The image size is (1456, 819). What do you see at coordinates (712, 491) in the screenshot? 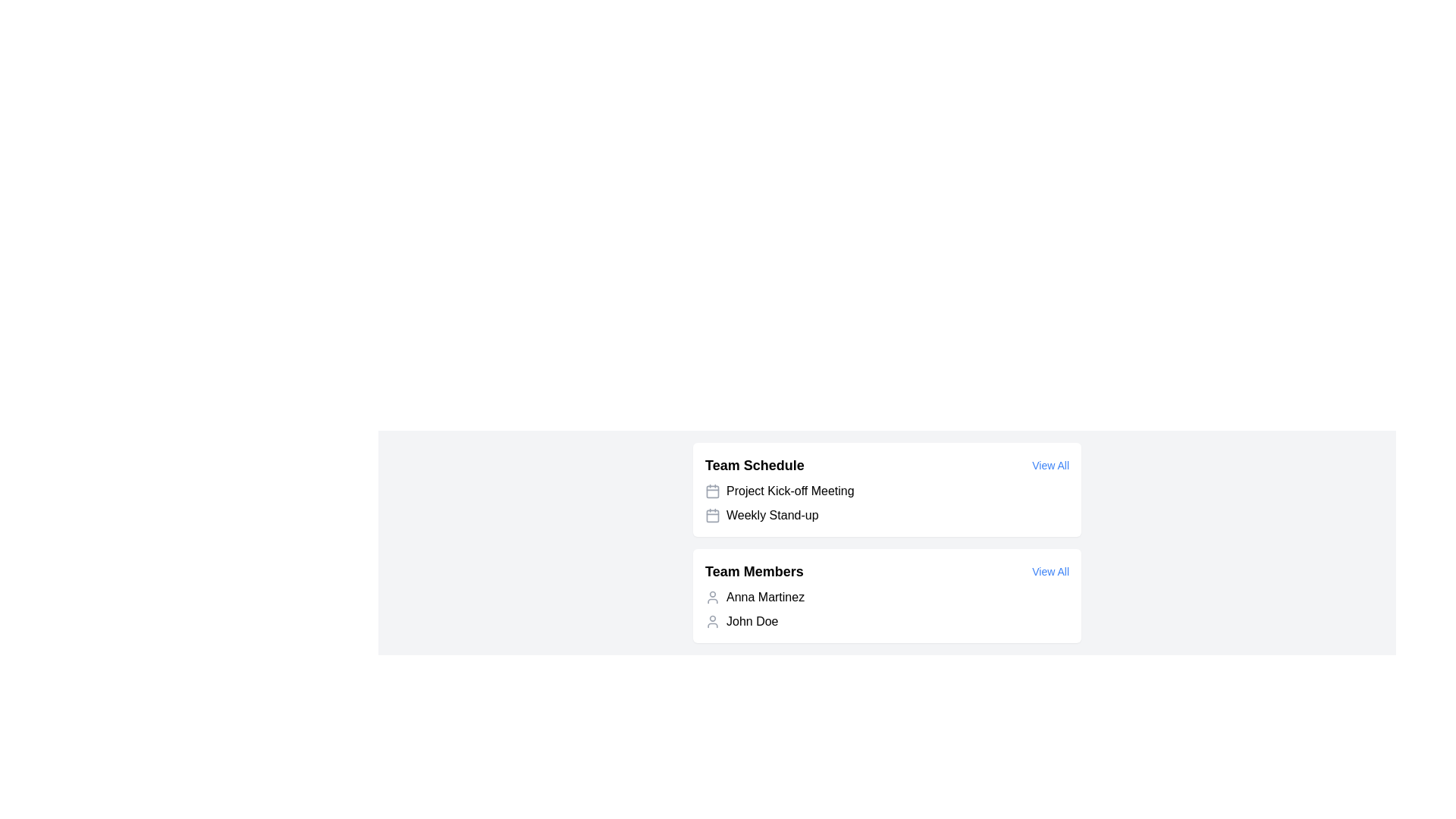
I see `the calendar icon located to the left of the text 'Project Kick-off Meeting' in the 'Team Schedule' section` at bounding box center [712, 491].